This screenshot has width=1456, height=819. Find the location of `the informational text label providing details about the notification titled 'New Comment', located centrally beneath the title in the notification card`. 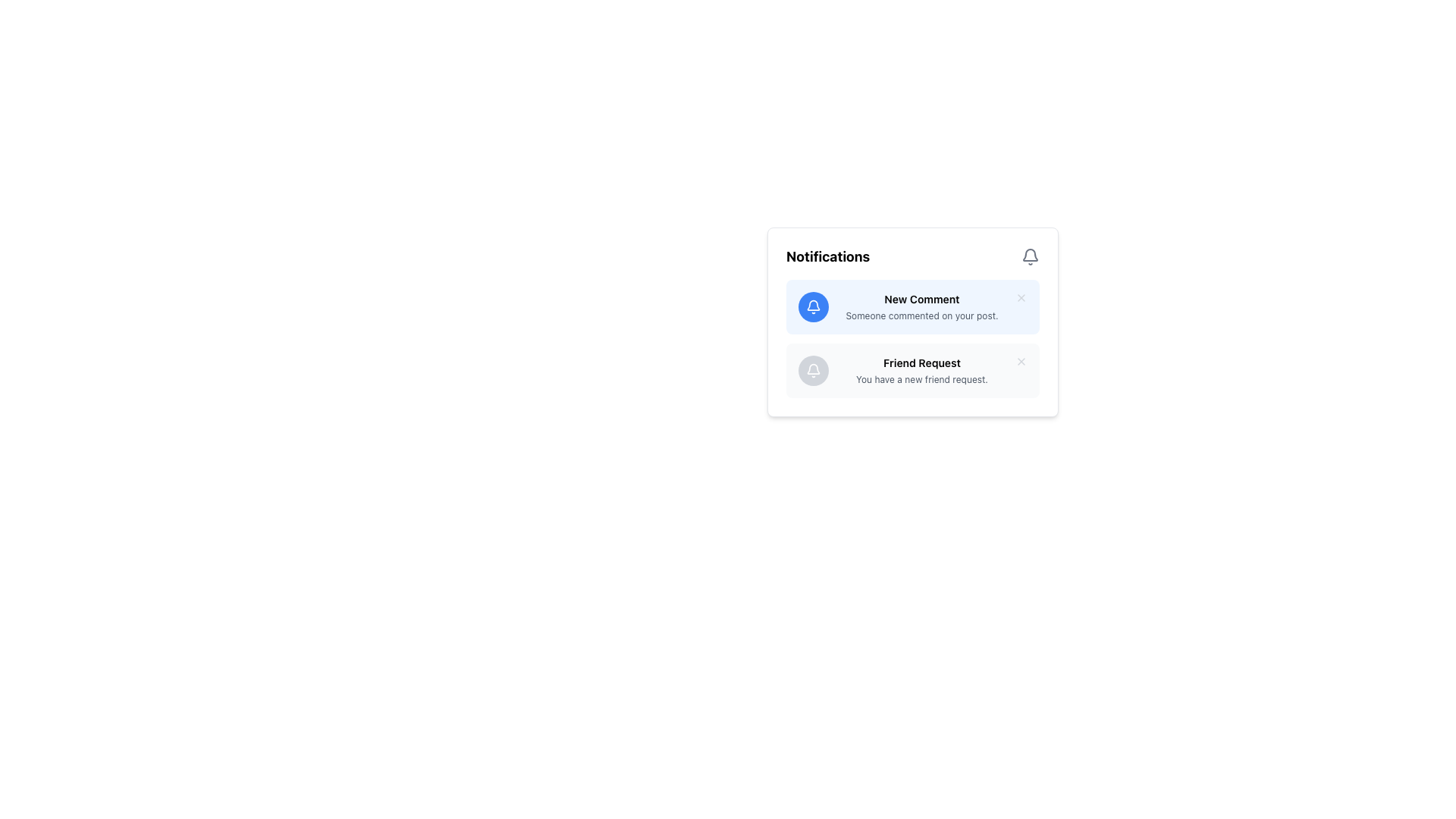

the informational text label providing details about the notification titled 'New Comment', located centrally beneath the title in the notification card is located at coordinates (921, 315).